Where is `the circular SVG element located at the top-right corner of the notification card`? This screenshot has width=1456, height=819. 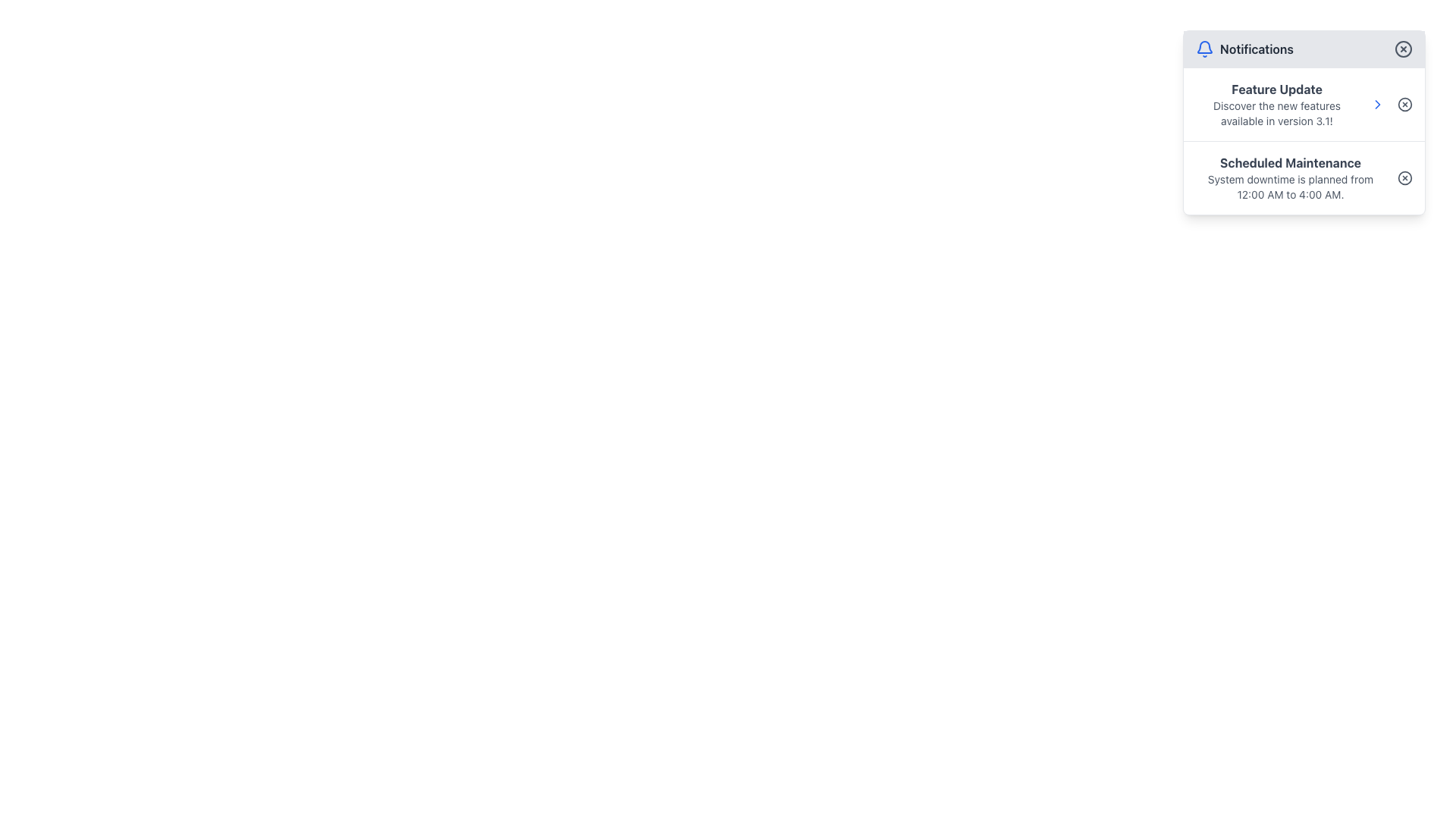 the circular SVG element located at the top-right corner of the notification card is located at coordinates (1404, 104).